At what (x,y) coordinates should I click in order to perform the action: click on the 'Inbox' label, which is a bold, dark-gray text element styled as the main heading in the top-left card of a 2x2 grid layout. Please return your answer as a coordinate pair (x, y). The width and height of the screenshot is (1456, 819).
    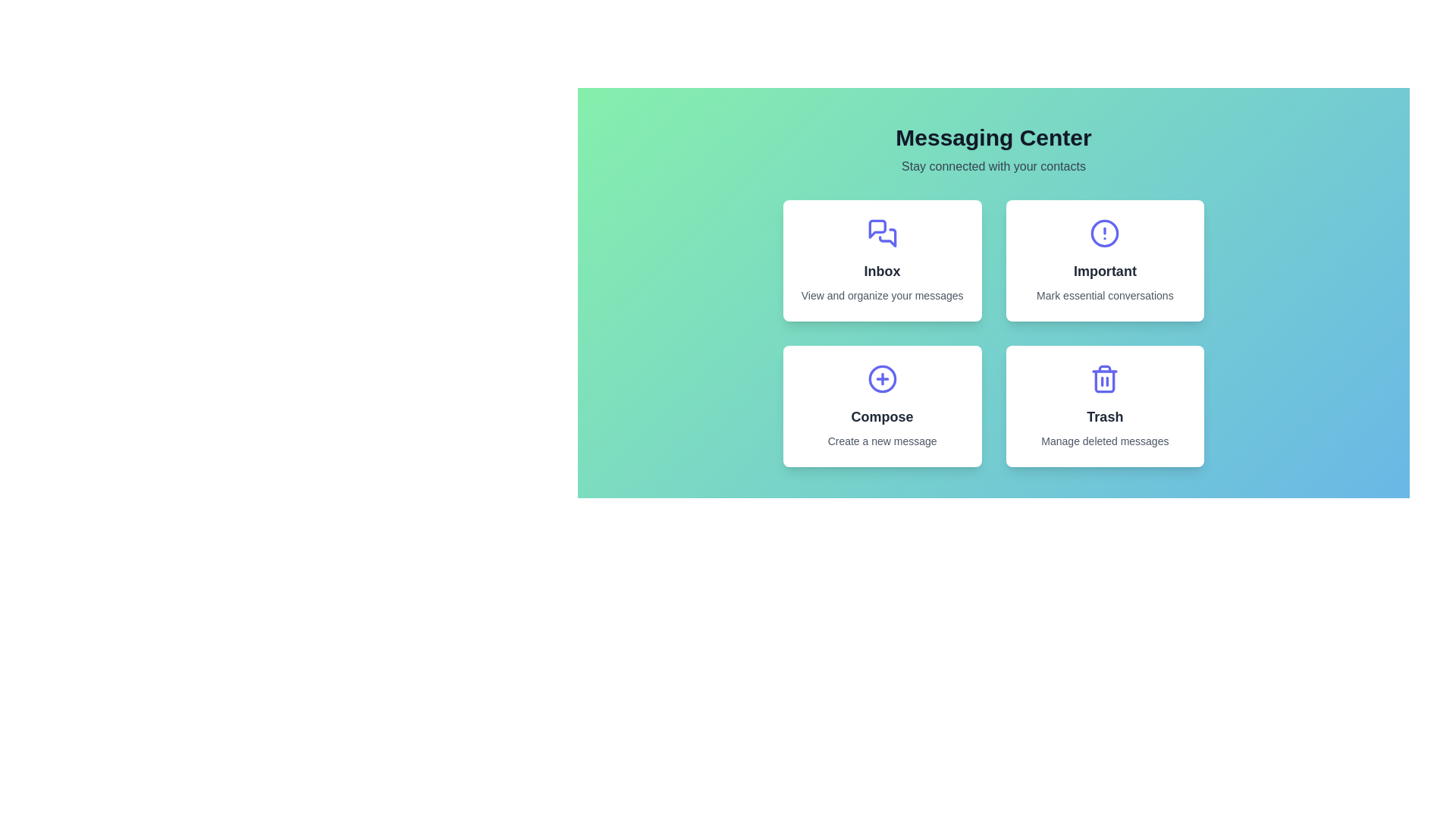
    Looking at the image, I should click on (882, 271).